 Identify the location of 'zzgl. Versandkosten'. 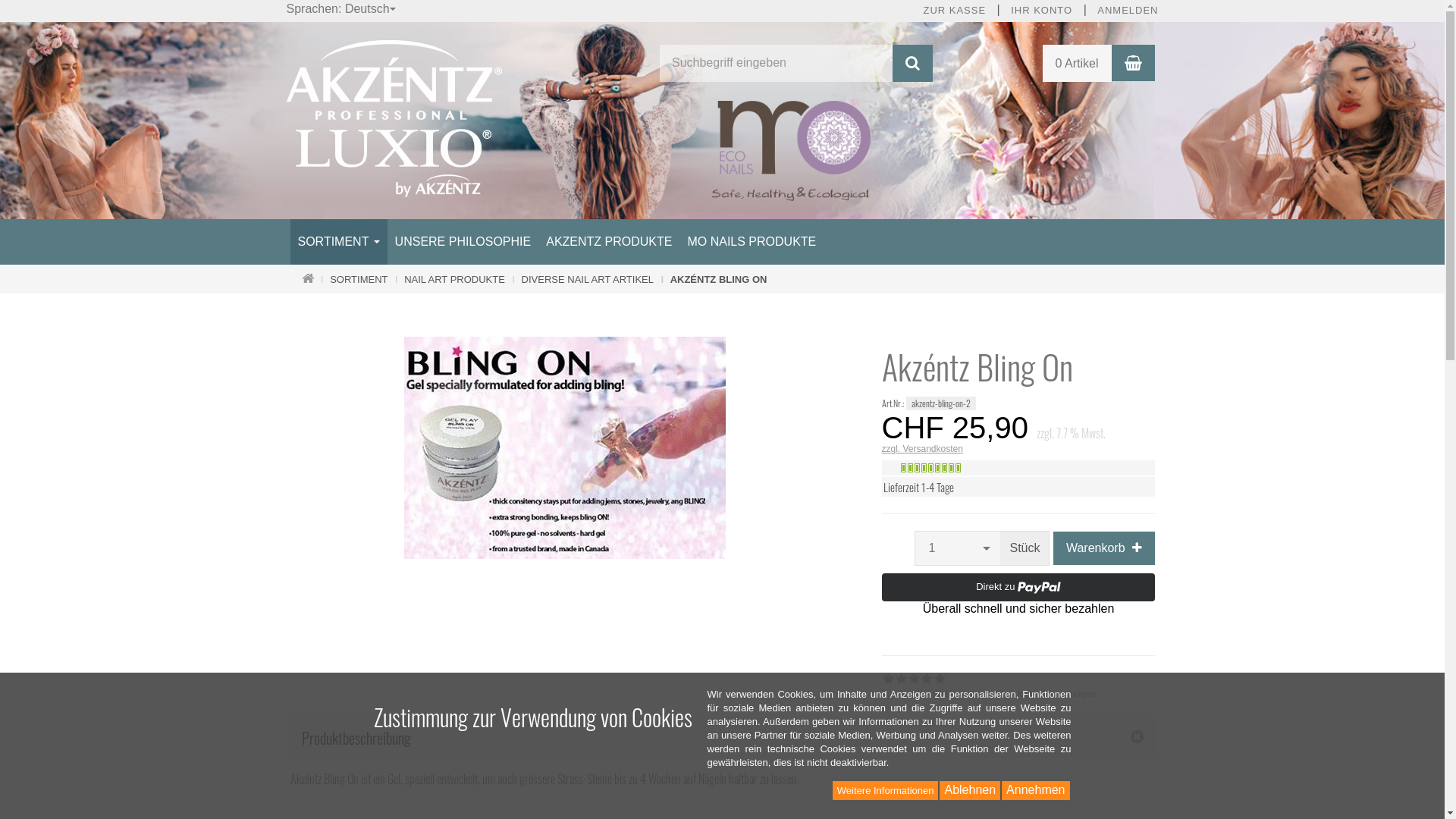
(880, 447).